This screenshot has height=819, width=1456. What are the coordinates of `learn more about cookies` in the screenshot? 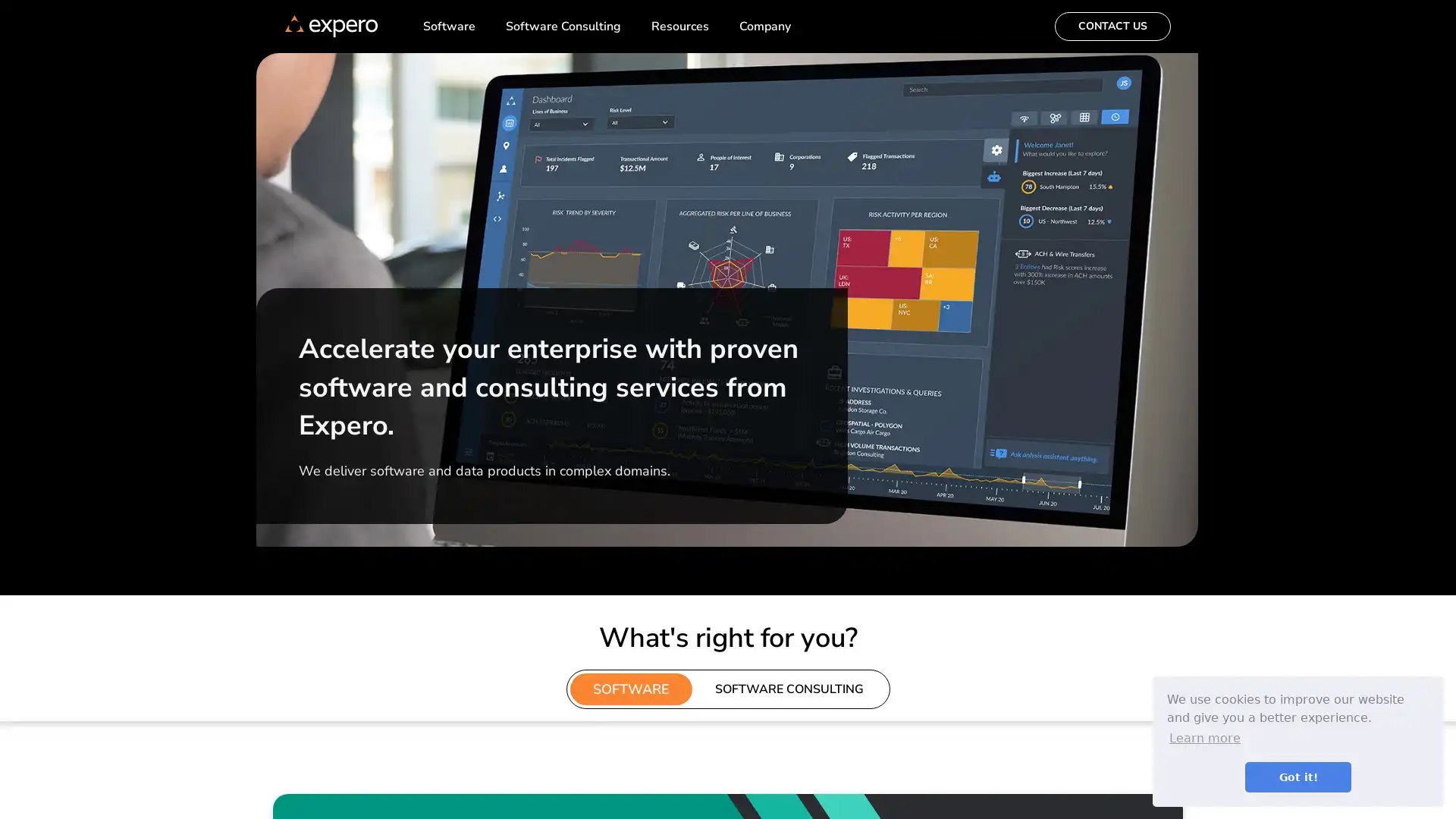 It's located at (1203, 737).